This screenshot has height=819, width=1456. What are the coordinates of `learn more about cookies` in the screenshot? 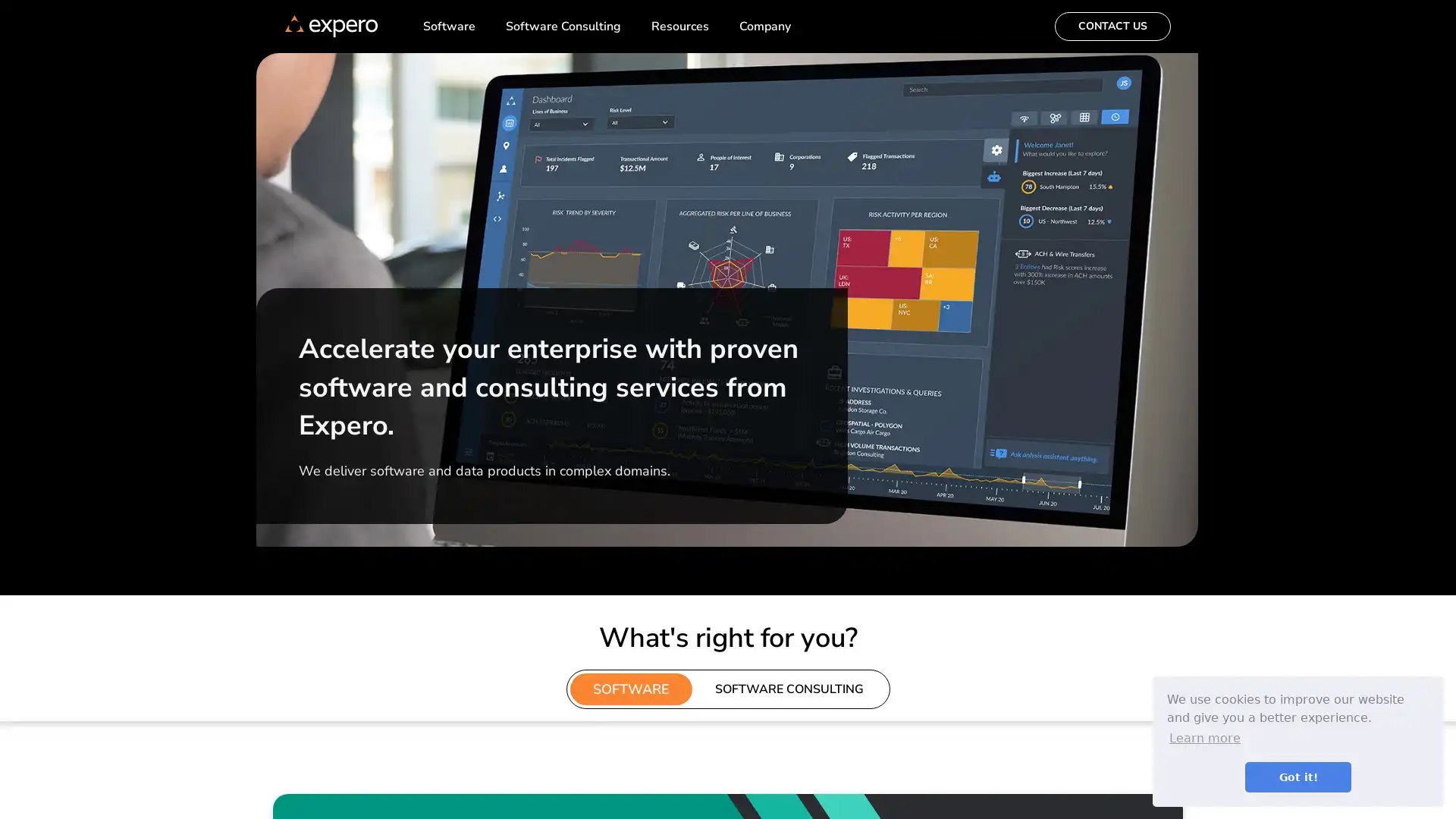 It's located at (1203, 737).